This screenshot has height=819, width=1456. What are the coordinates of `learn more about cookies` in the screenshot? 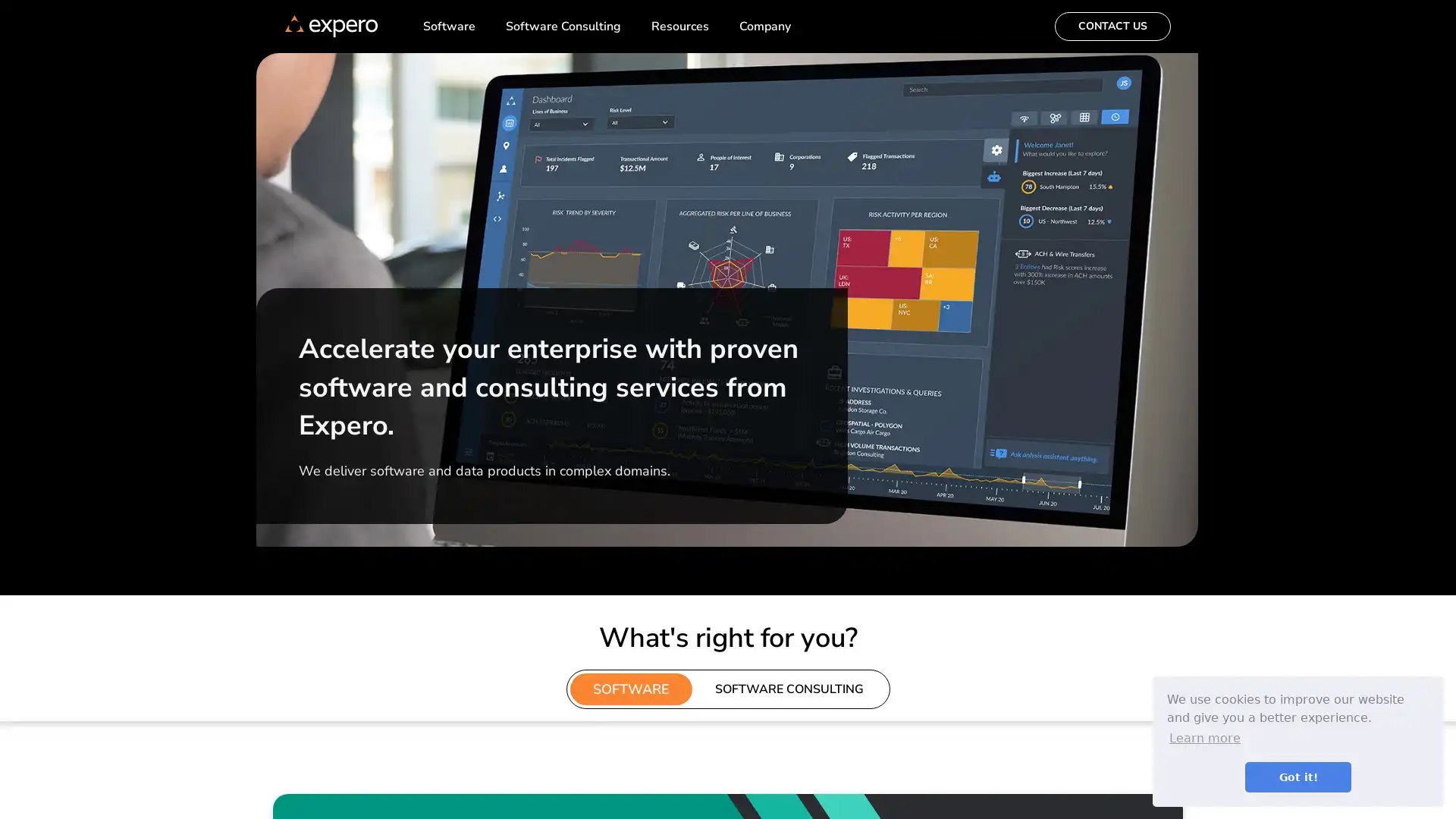 It's located at (1203, 737).